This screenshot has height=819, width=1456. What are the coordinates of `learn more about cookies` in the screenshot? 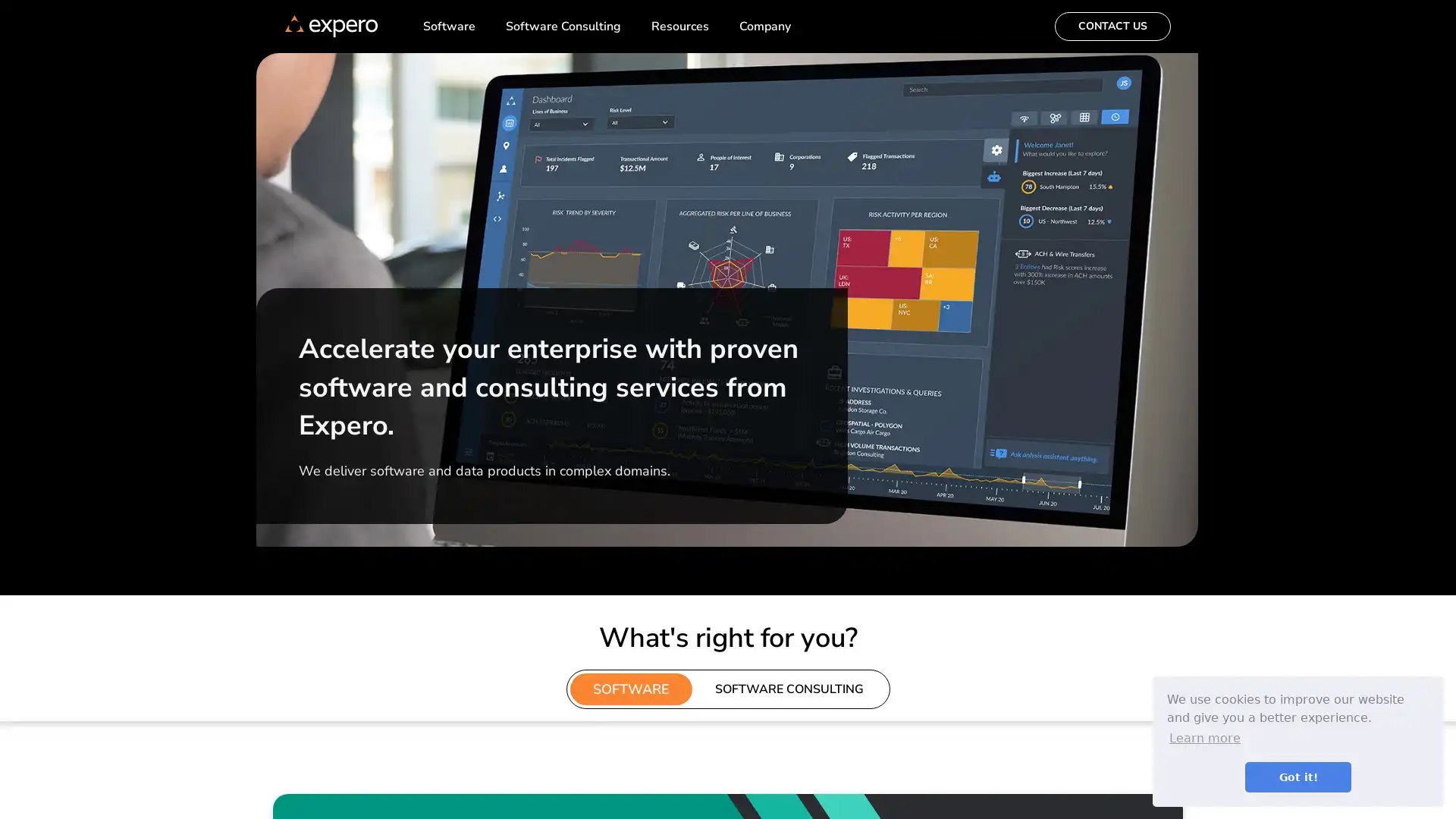 It's located at (1203, 737).